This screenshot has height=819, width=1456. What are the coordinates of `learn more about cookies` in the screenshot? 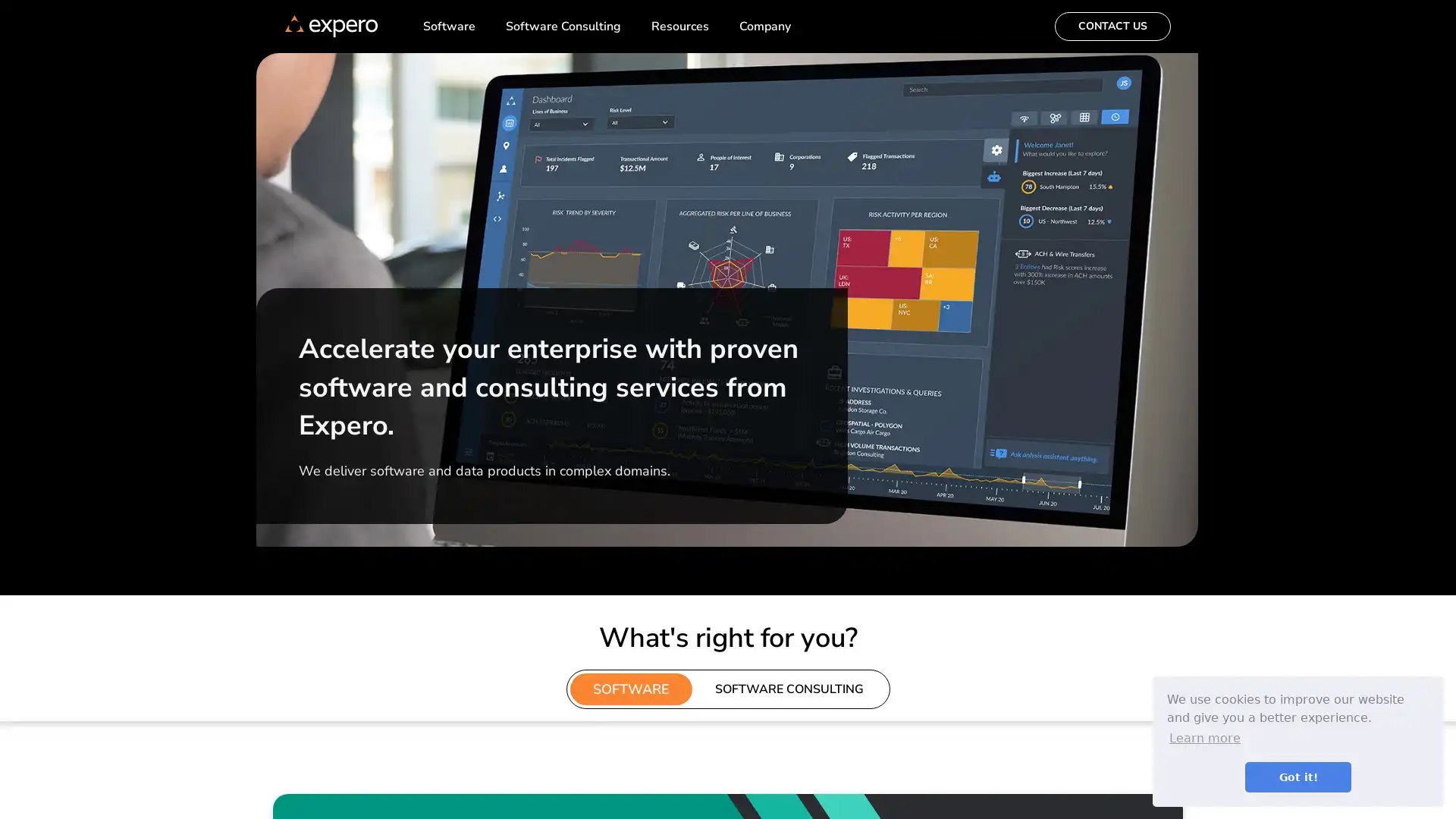 It's located at (1203, 737).